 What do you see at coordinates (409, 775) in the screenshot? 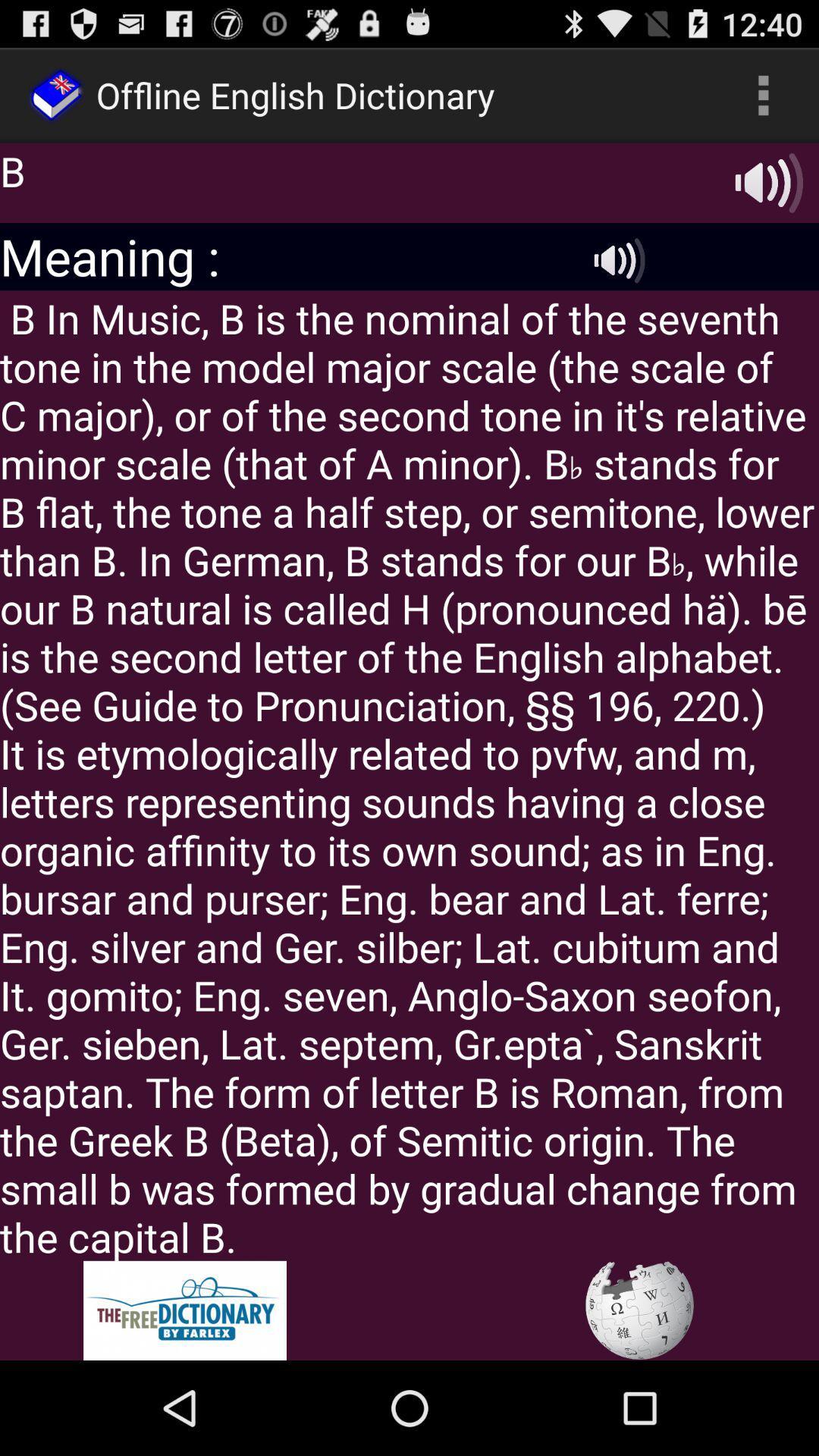
I see `the item at the center` at bounding box center [409, 775].